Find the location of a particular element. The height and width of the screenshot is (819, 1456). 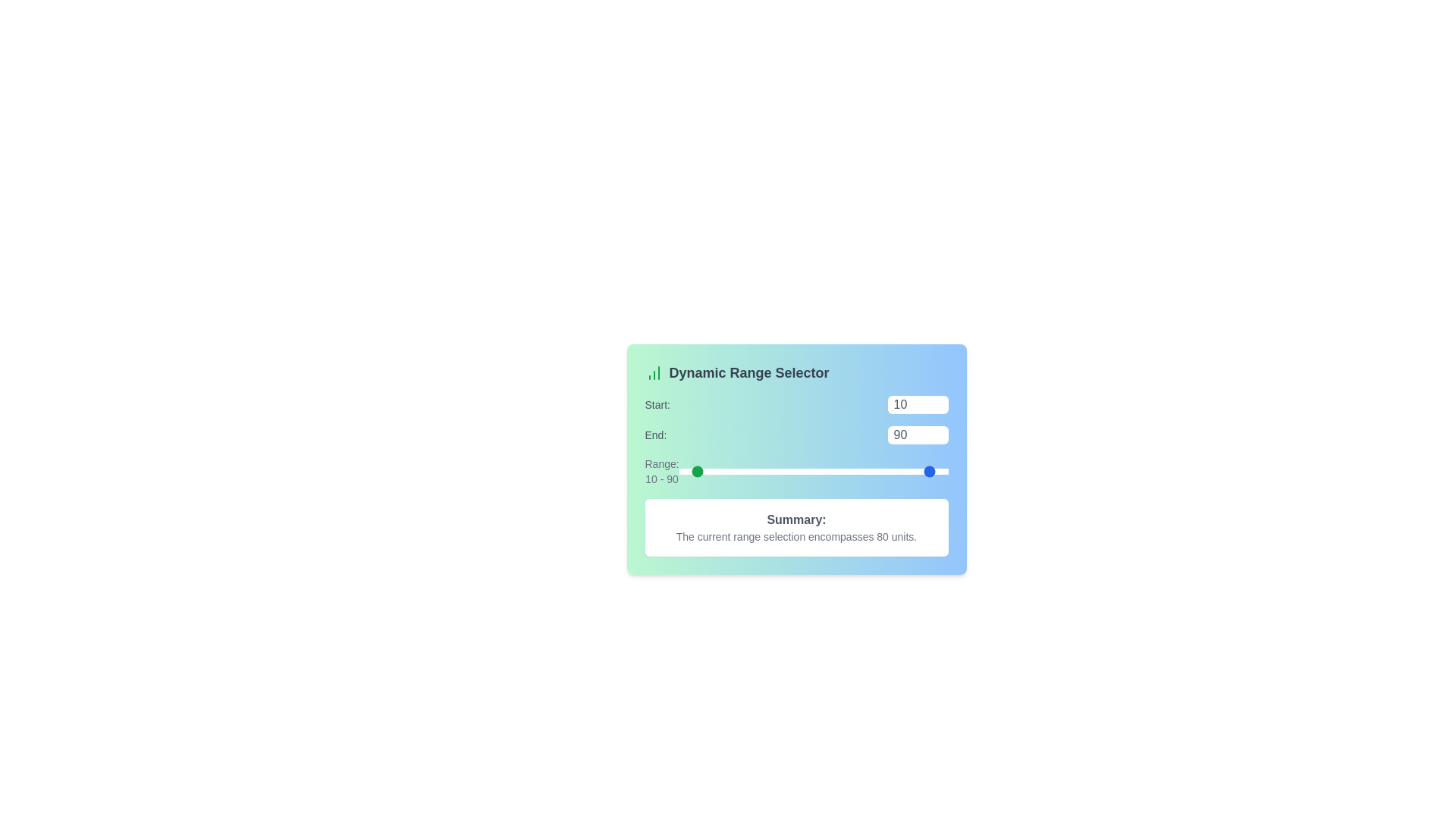

the 'End' range value to 80 using the input box is located at coordinates (917, 435).